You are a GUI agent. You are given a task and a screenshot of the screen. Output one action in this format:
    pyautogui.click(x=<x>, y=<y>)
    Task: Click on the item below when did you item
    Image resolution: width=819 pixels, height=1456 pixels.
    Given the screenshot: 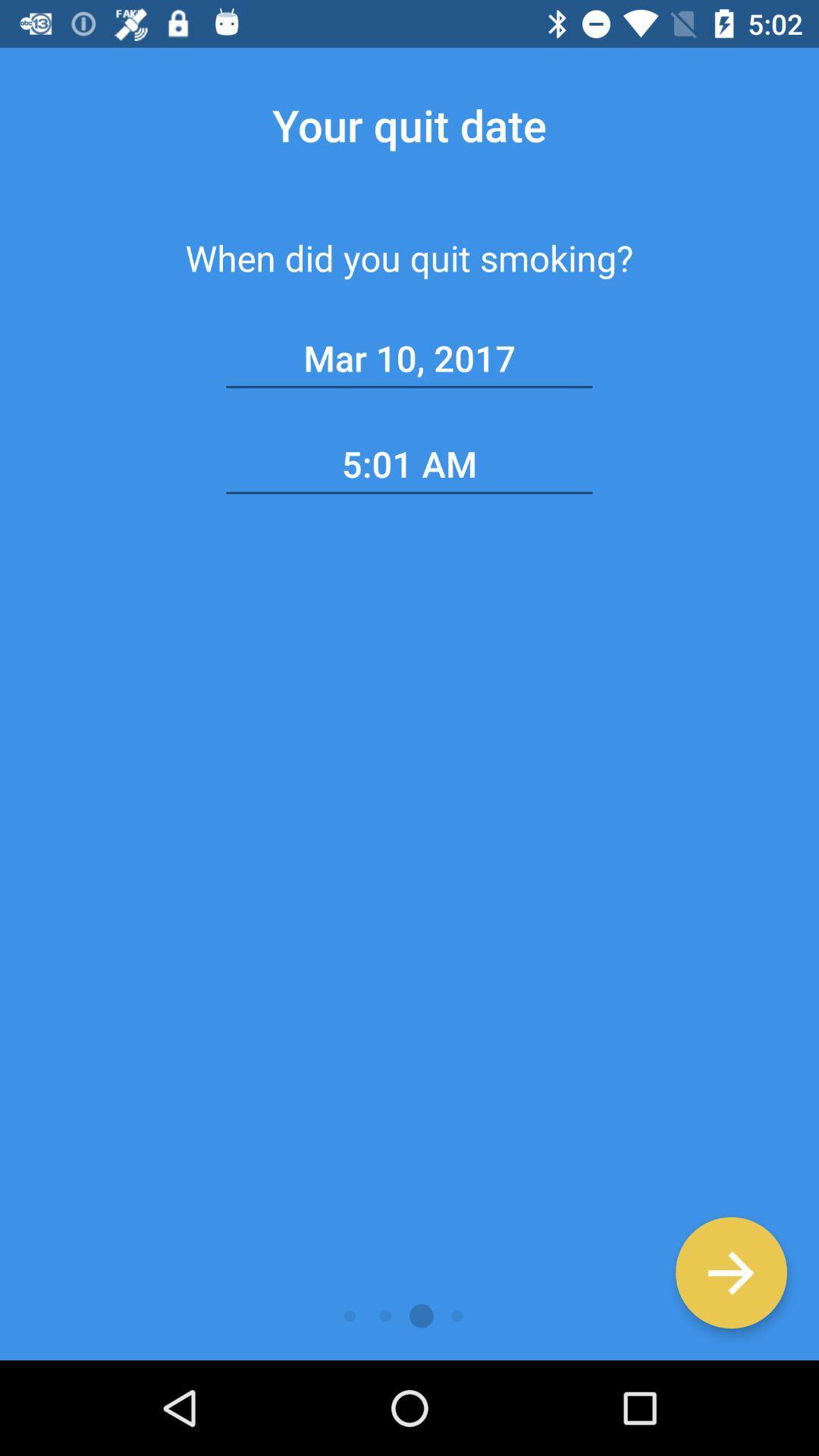 What is the action you would take?
    pyautogui.click(x=730, y=1272)
    